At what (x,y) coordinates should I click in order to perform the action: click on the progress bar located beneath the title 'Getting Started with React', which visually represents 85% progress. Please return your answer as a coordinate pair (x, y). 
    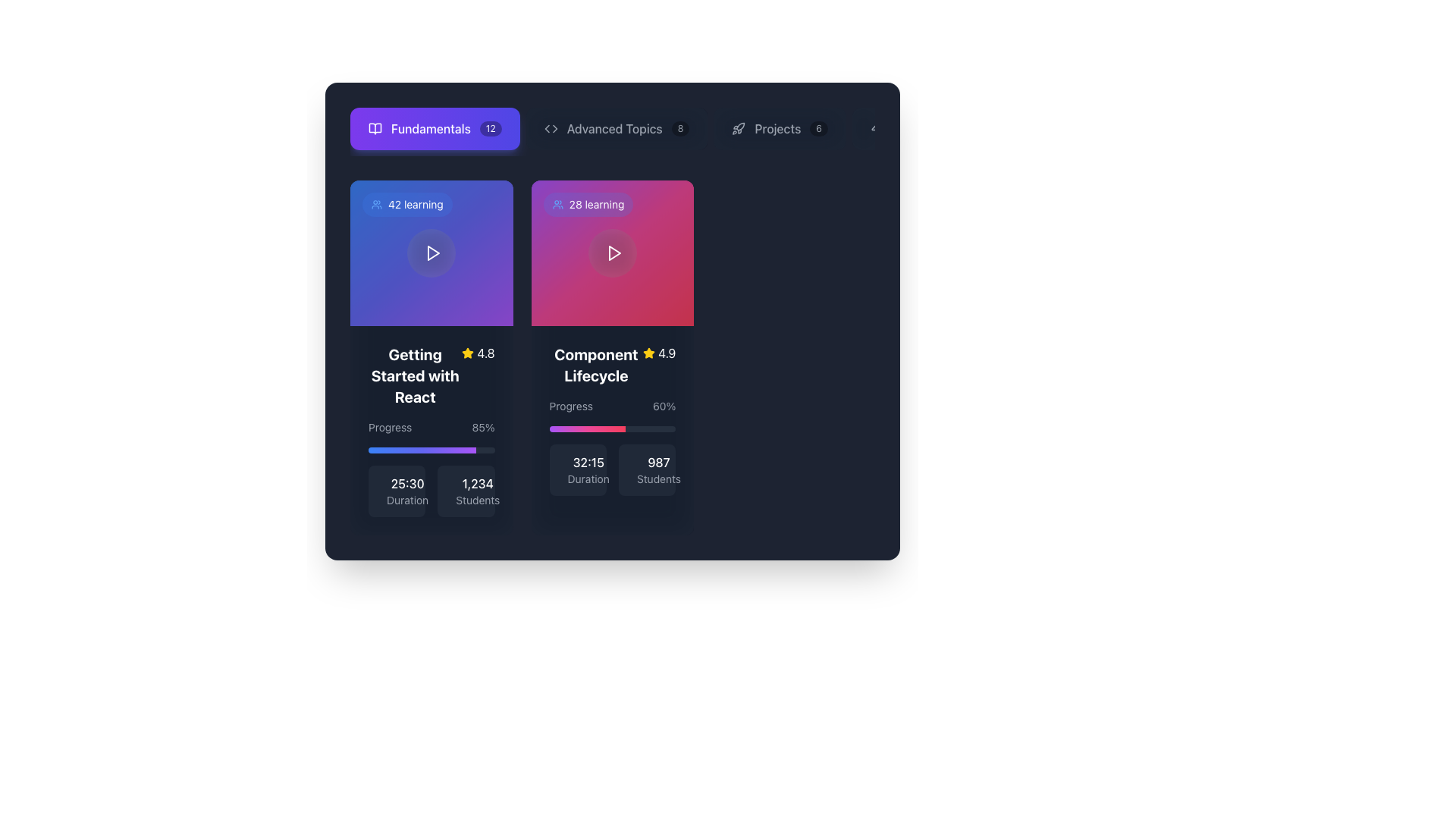
    Looking at the image, I should click on (431, 450).